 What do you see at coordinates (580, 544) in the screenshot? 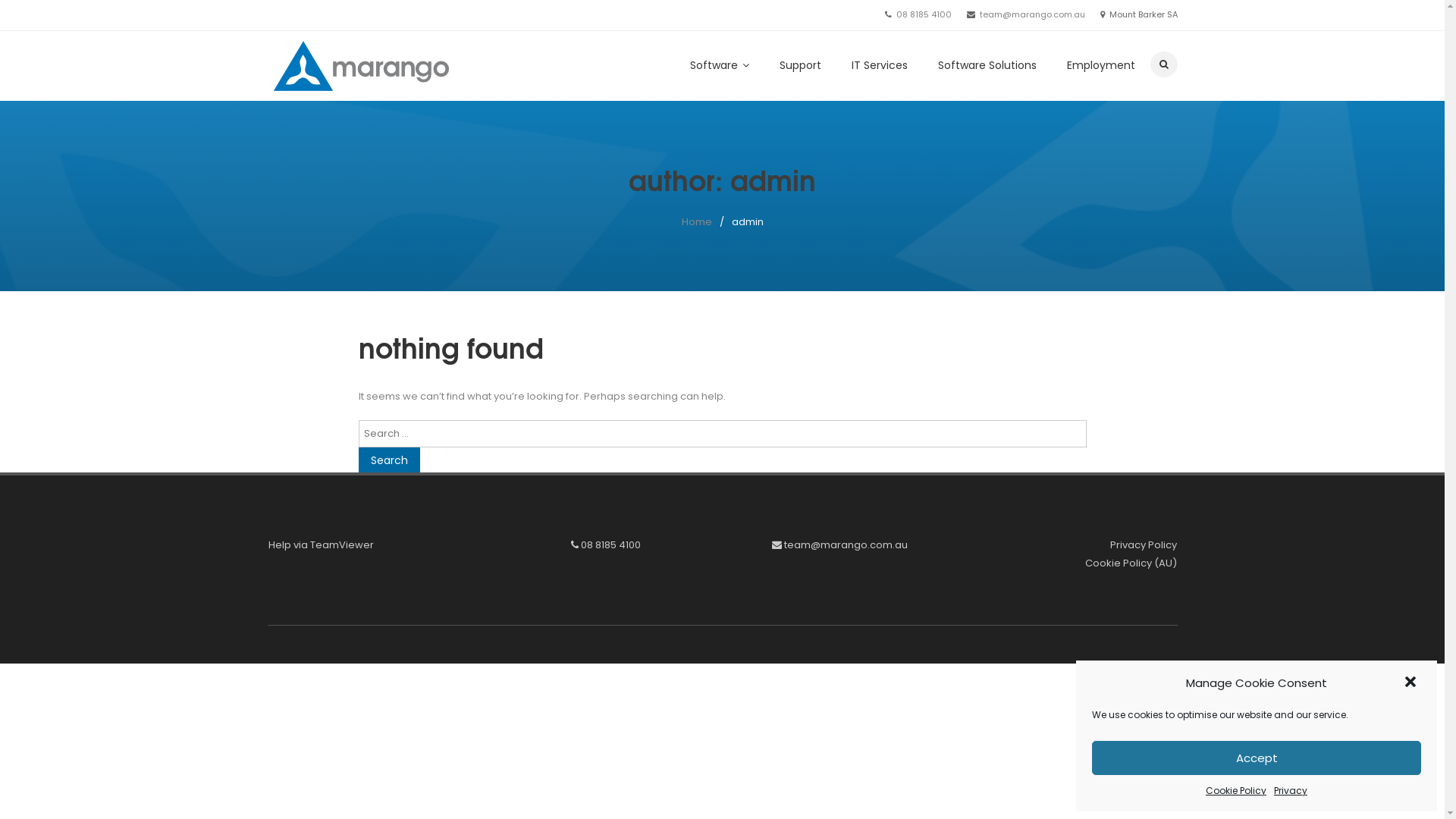
I see `'08 8185 4100'` at bounding box center [580, 544].